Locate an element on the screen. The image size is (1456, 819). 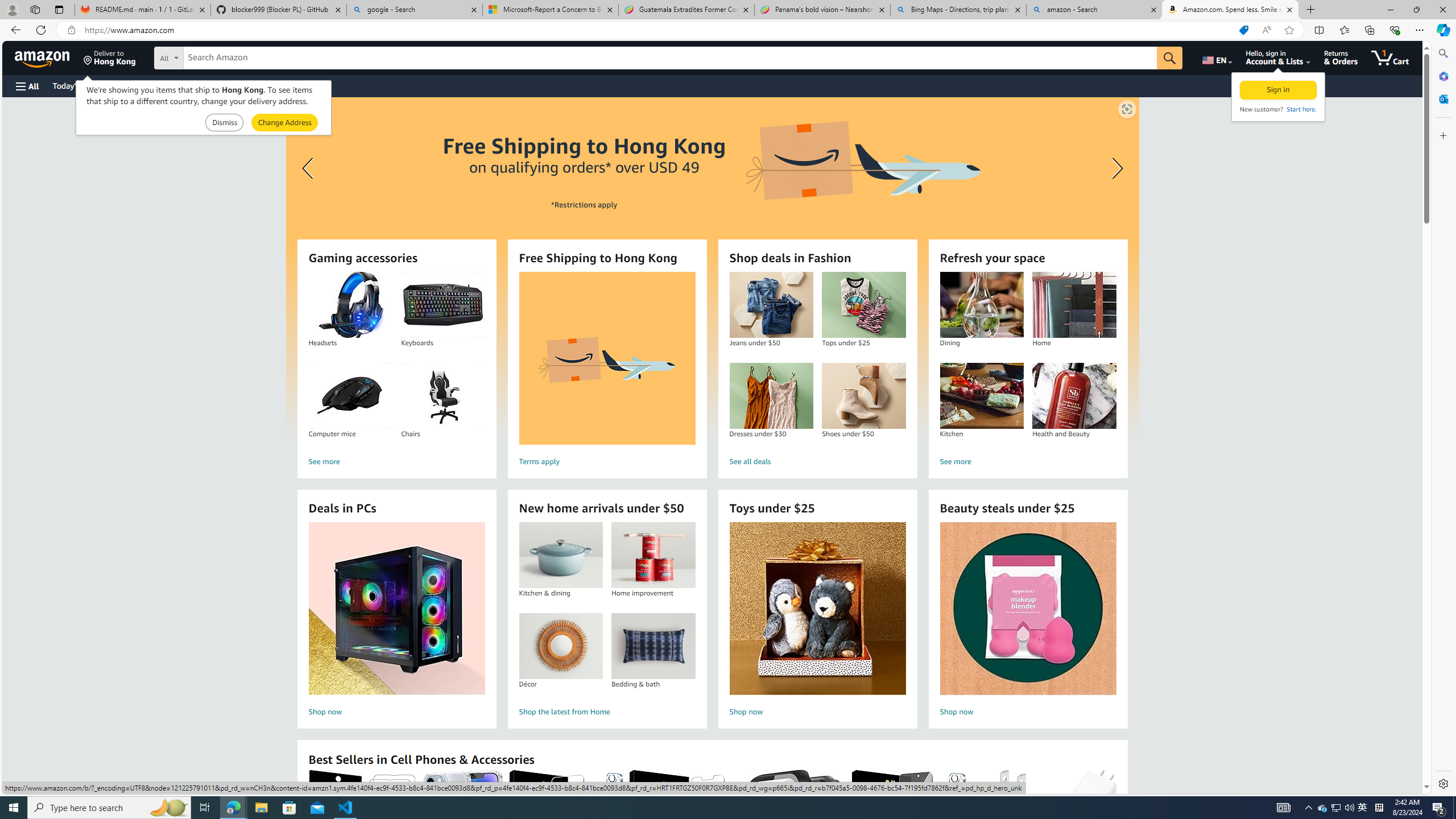
'Home improvement' is located at coordinates (653, 555).